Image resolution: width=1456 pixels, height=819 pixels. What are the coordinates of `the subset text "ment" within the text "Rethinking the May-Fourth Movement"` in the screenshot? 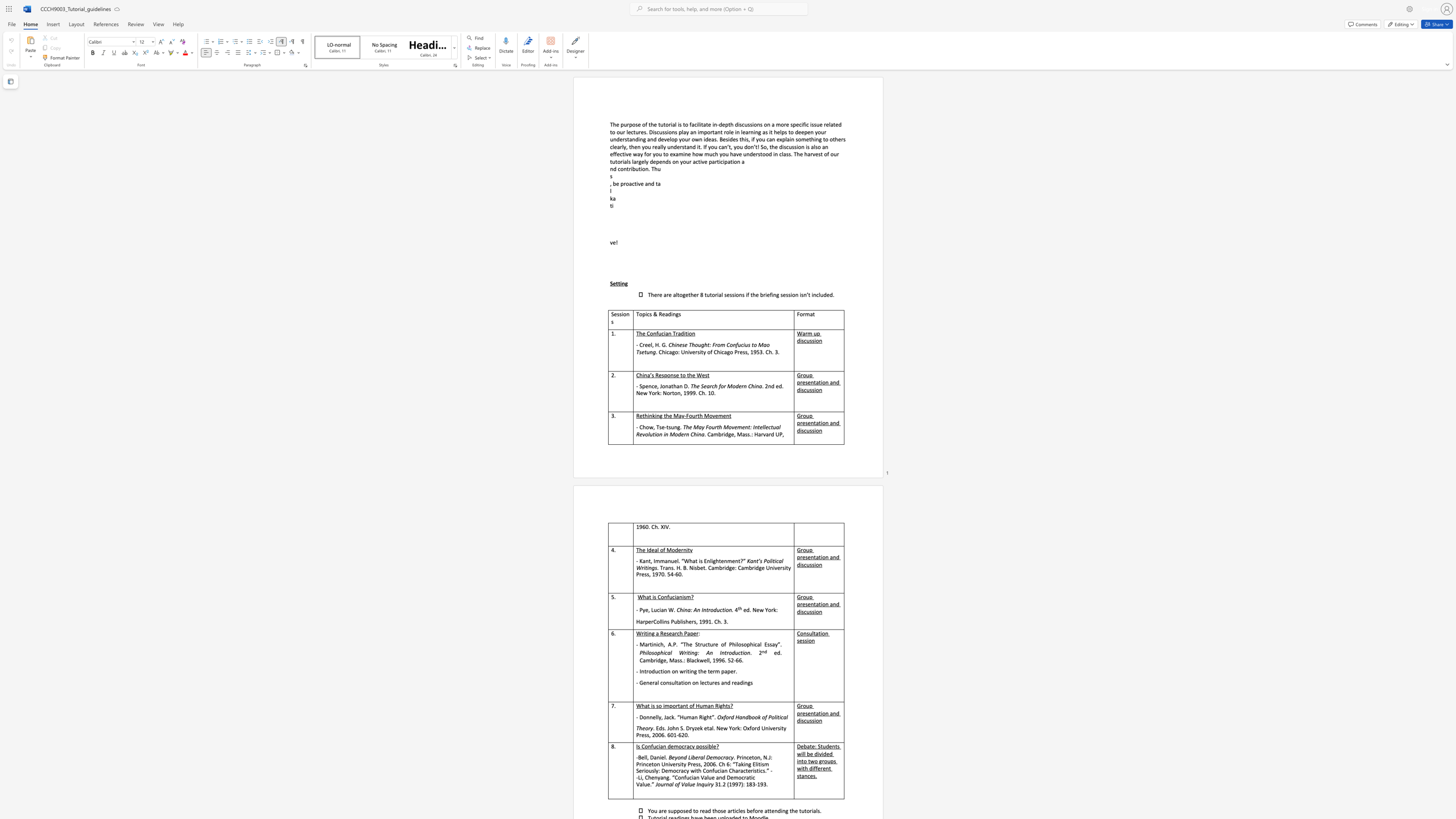 It's located at (717, 415).